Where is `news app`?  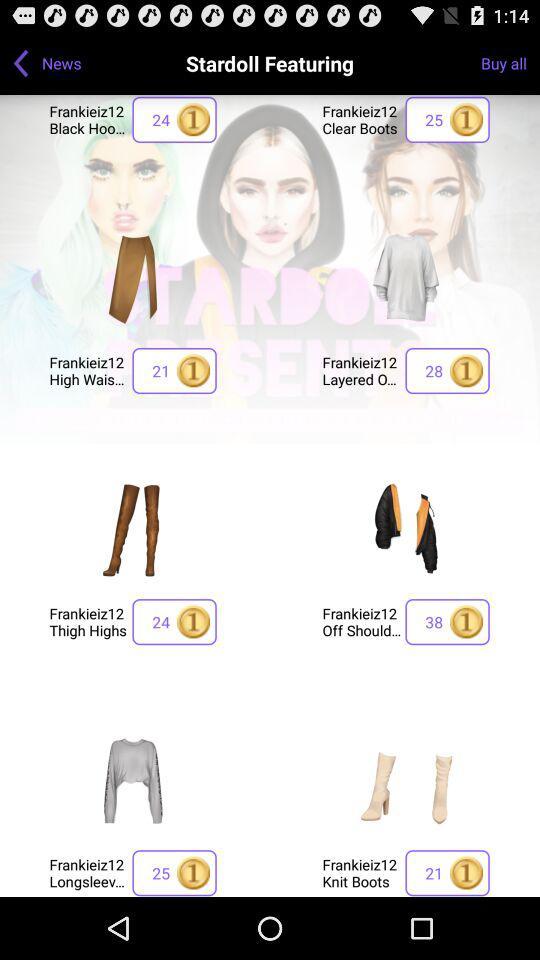 news app is located at coordinates (61, 62).